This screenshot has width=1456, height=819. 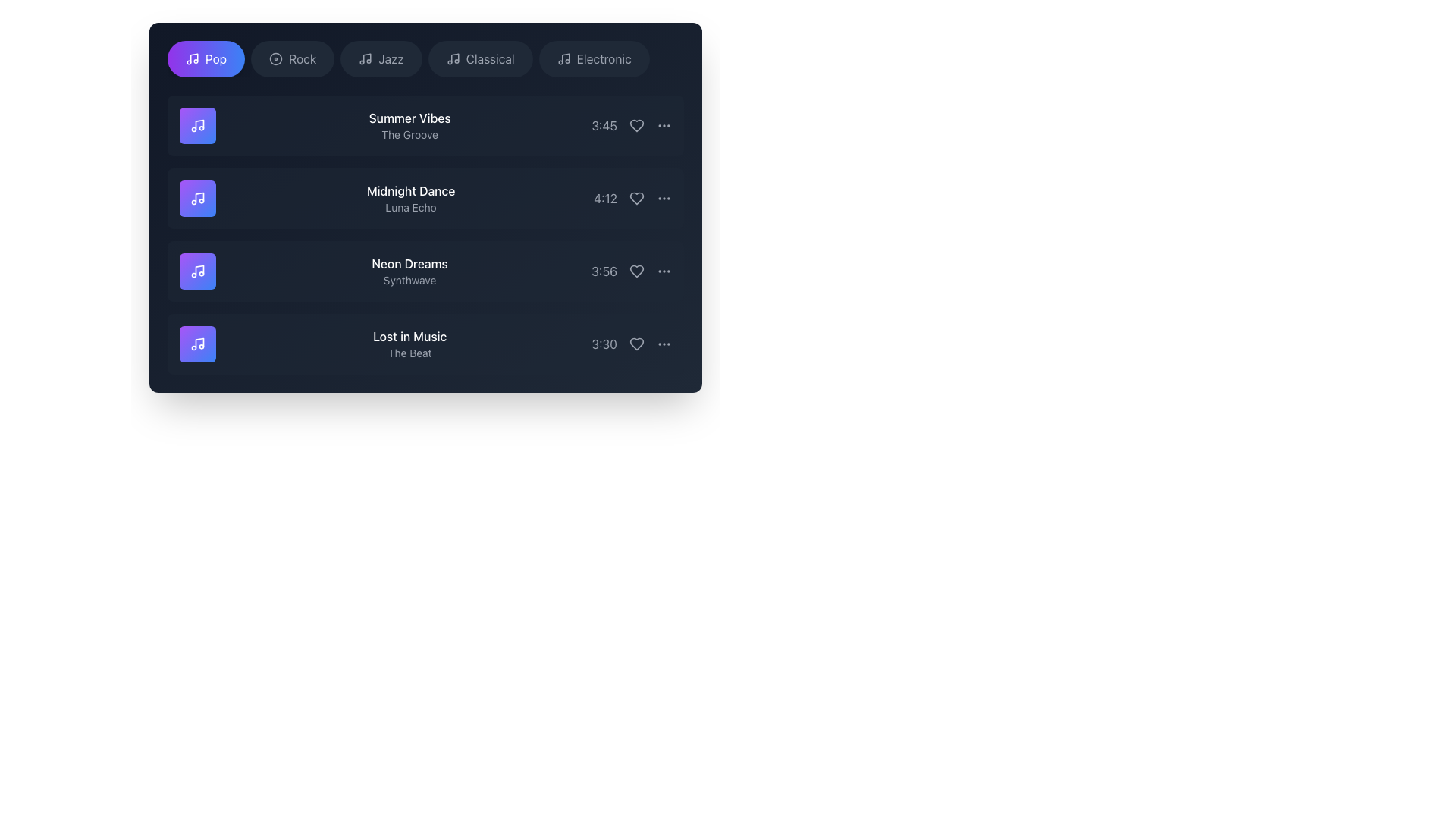 I want to click on the second heart icon that allows users to mark the associated song as a favorite, located to the right of the 'Midnight Dance' song entry, so click(x=637, y=198).